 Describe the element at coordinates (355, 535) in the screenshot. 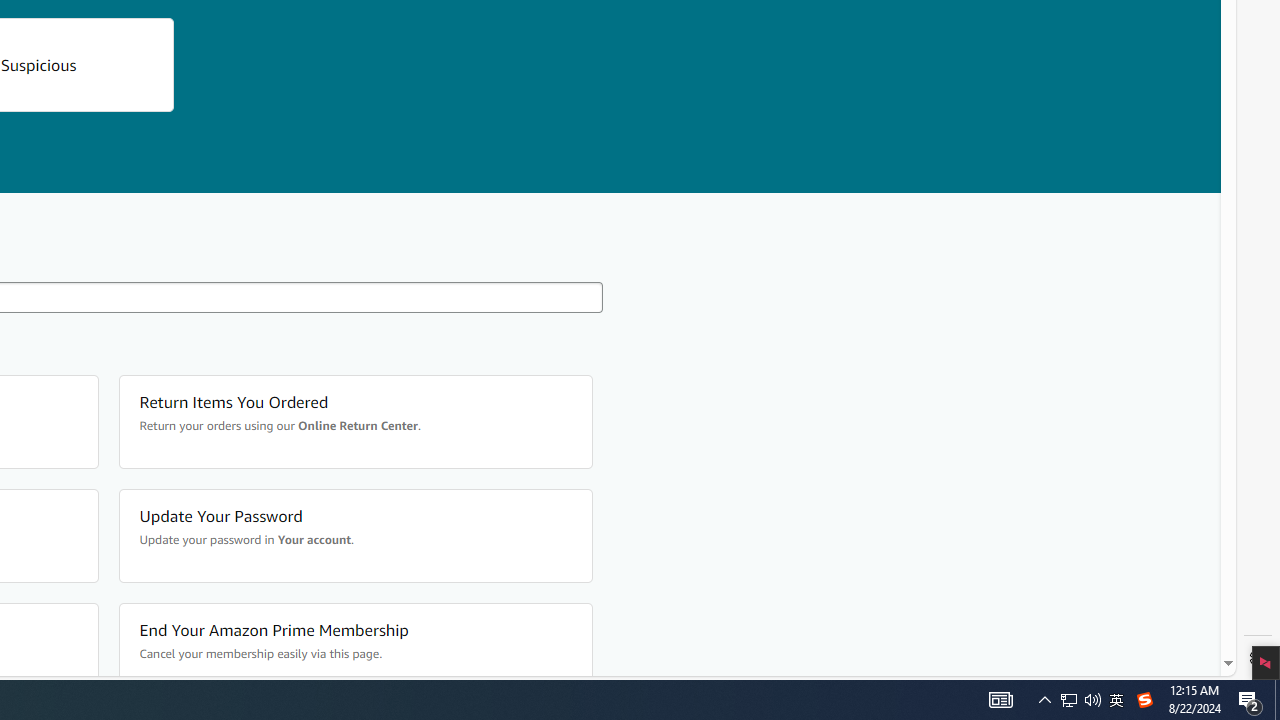

I see `'Update Your Password Update your password in Your account.'` at that location.